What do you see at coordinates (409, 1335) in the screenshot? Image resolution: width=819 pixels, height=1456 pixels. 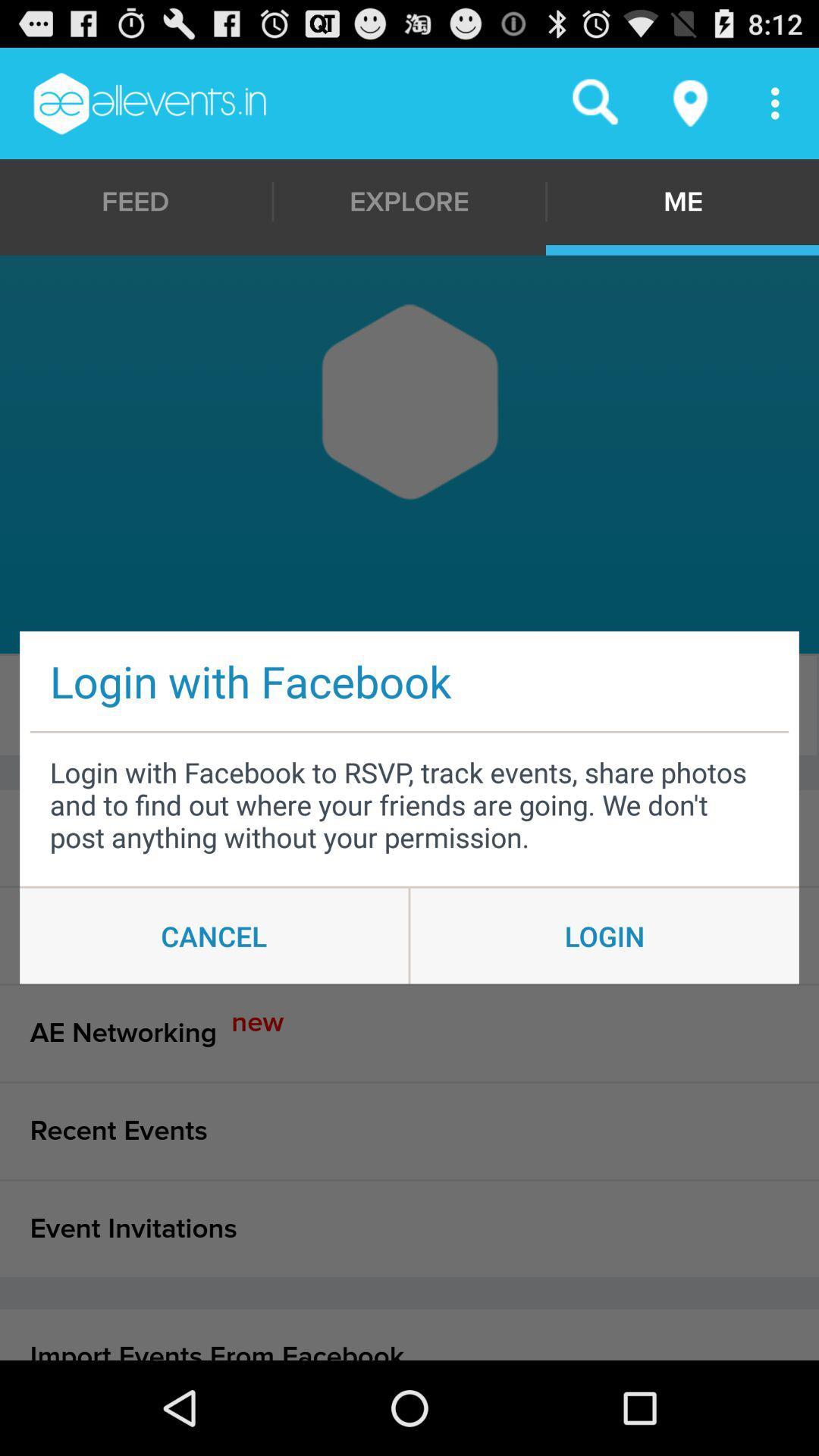 I see `the import events from` at bounding box center [409, 1335].